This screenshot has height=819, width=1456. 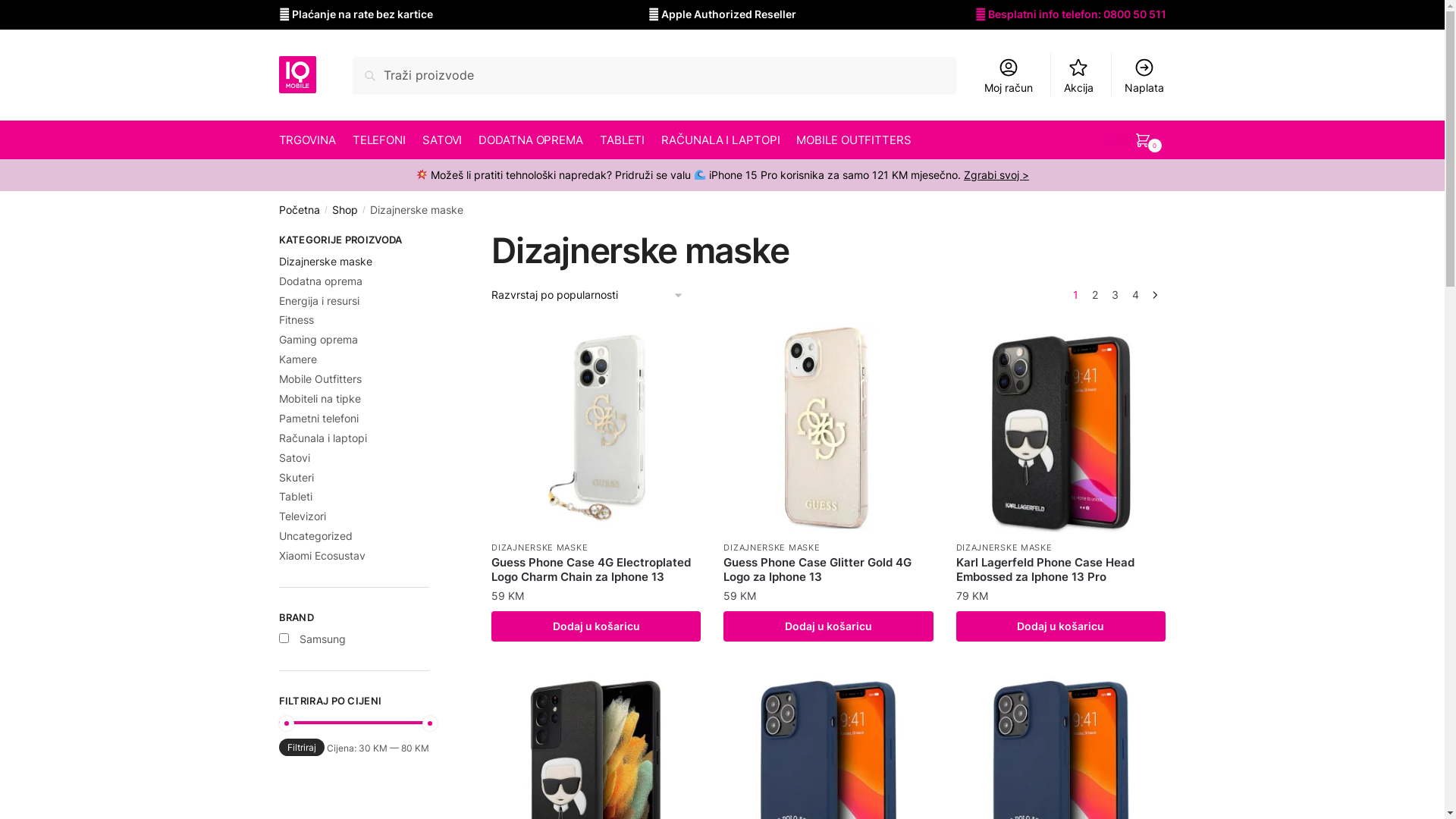 I want to click on 'Energija i resursi', so click(x=318, y=300).